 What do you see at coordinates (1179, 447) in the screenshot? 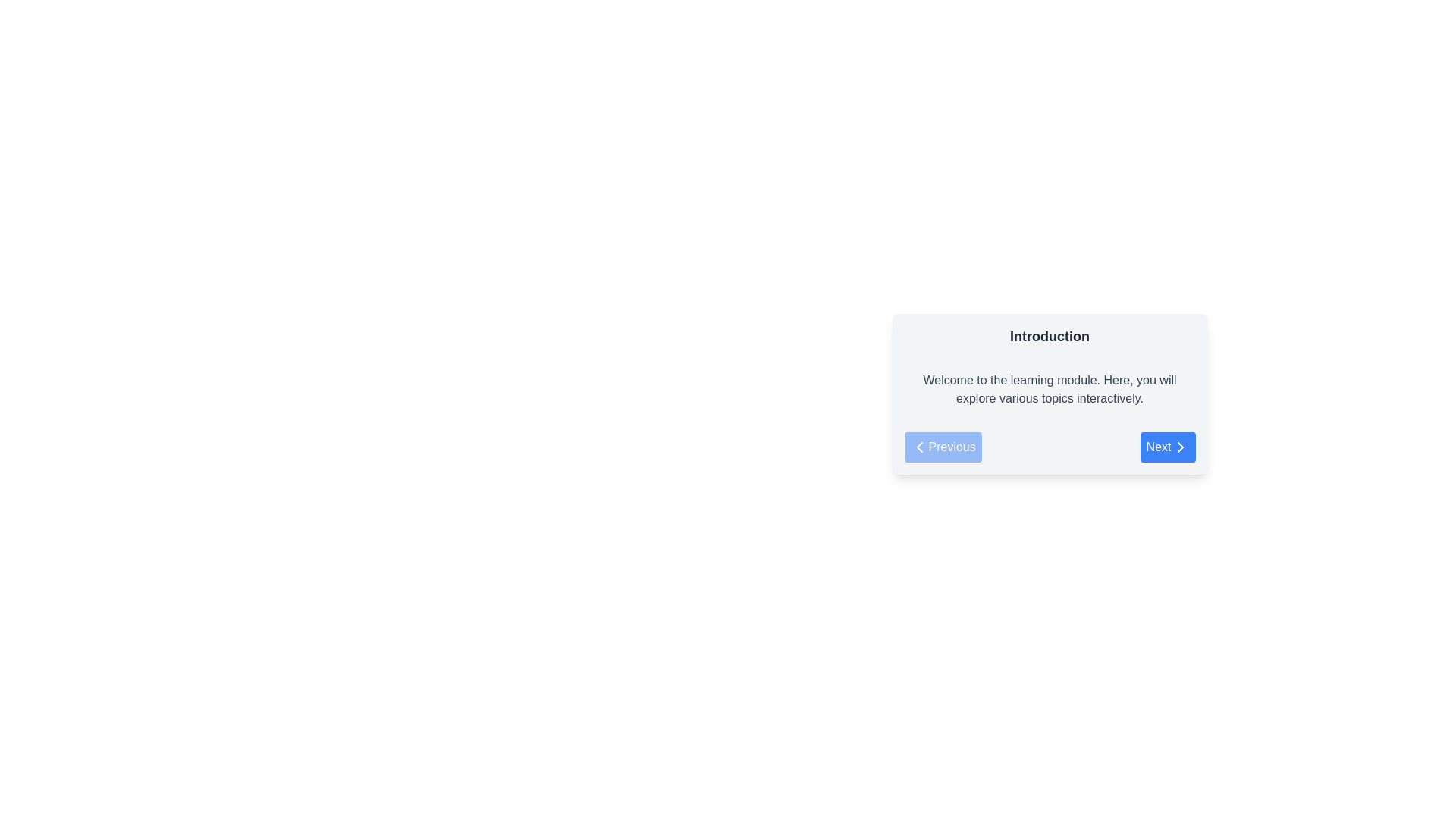
I see `the rightward-pointing chevron arrow icon within the blue 'Next' button located at the bottom-right of the card` at bounding box center [1179, 447].